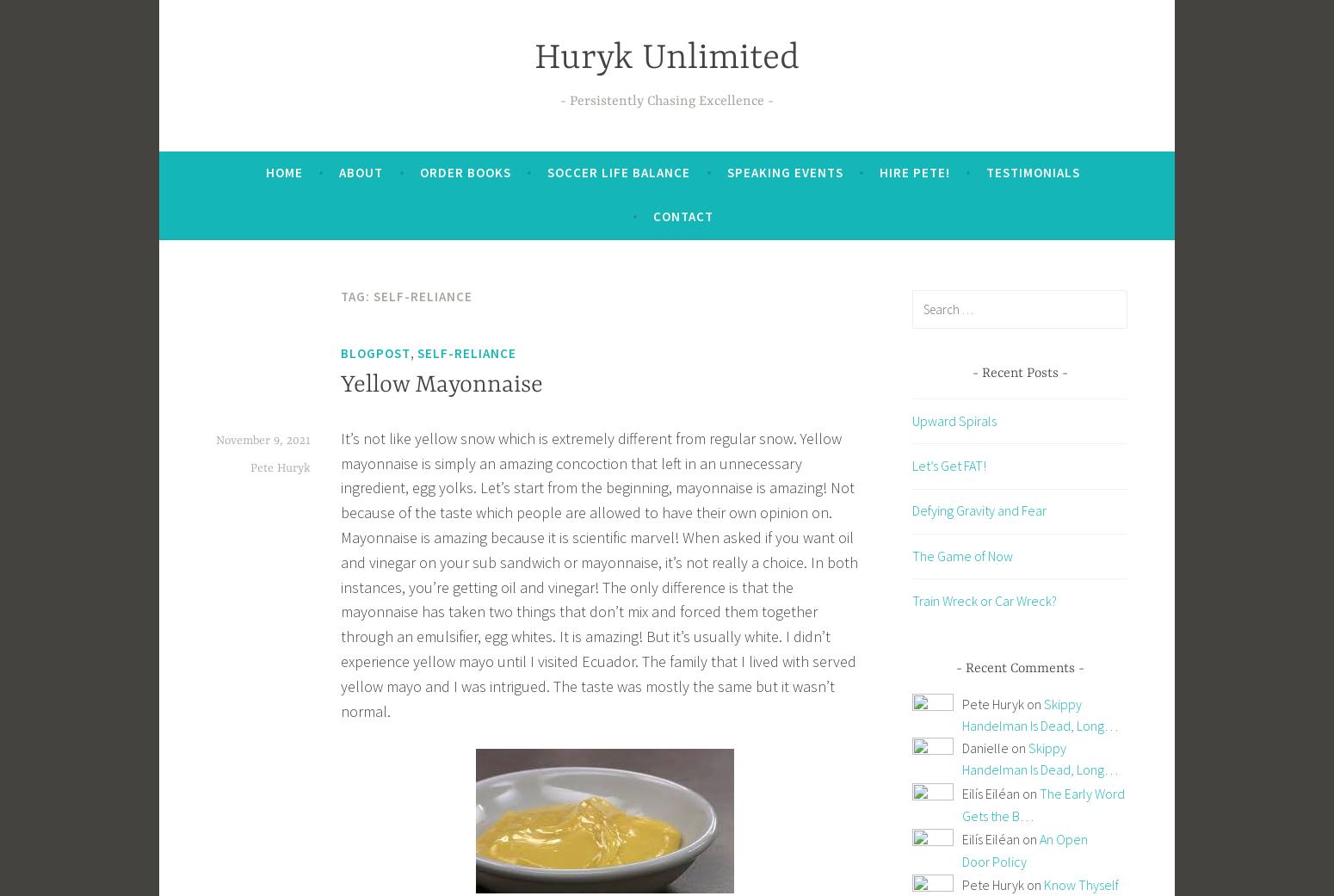  I want to click on 'Testimonials', so click(1033, 172).